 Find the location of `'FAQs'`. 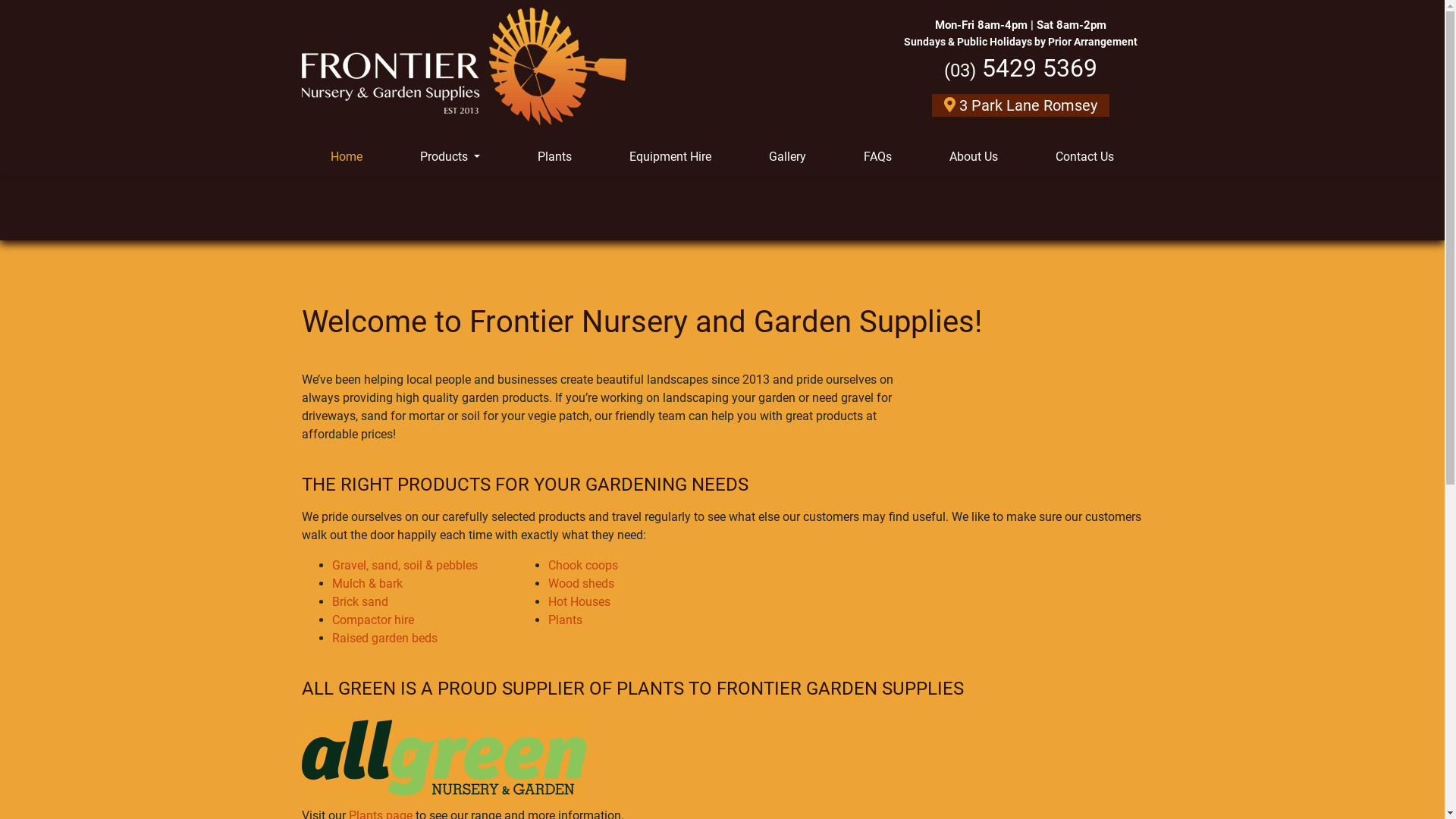

'FAQs' is located at coordinates (877, 157).